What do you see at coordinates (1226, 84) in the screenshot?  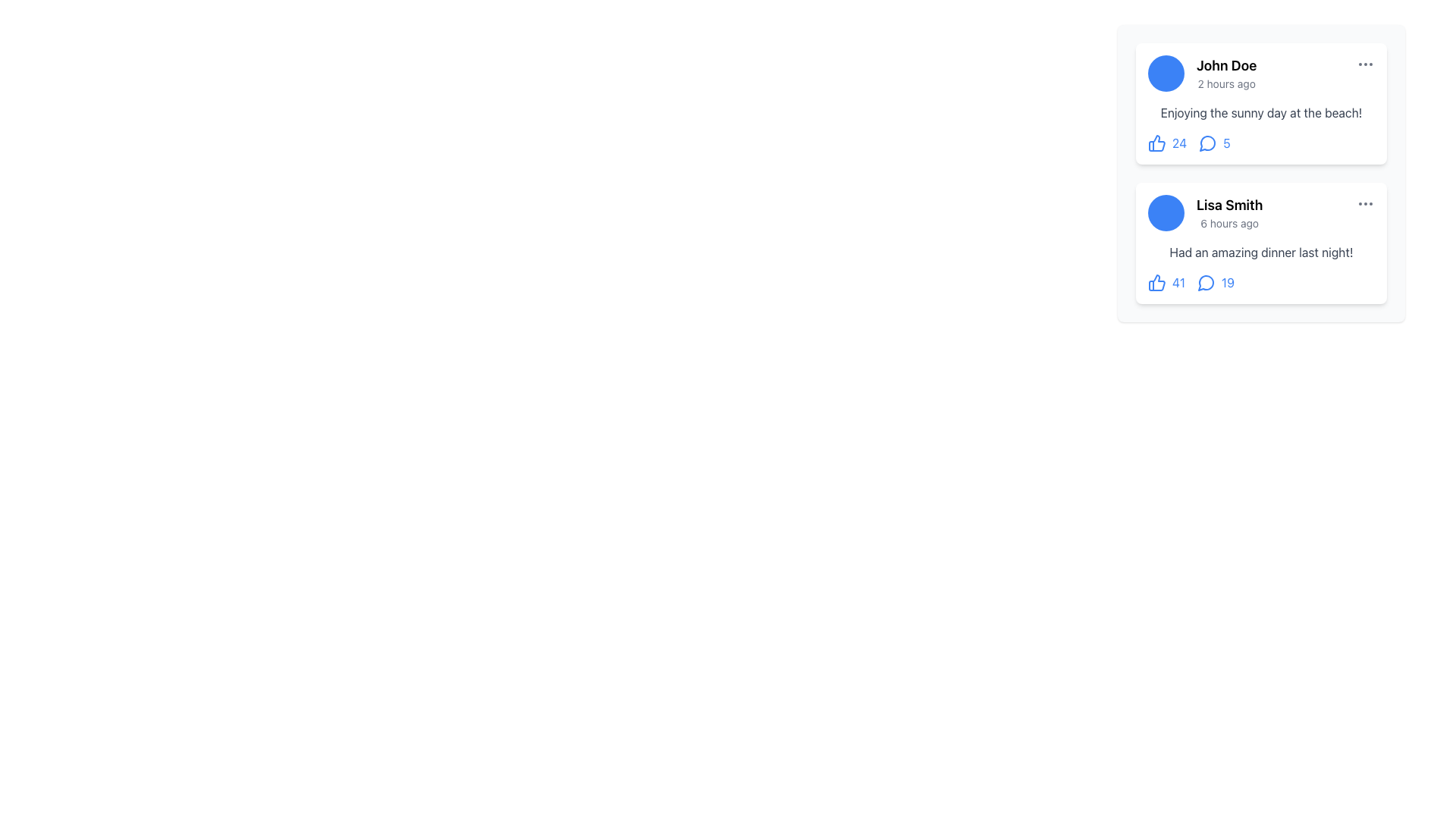 I see `the timestamp text label that indicates the post was made 2 hours ago, located beneath the username 'John Doe' and above the content of the post` at bounding box center [1226, 84].